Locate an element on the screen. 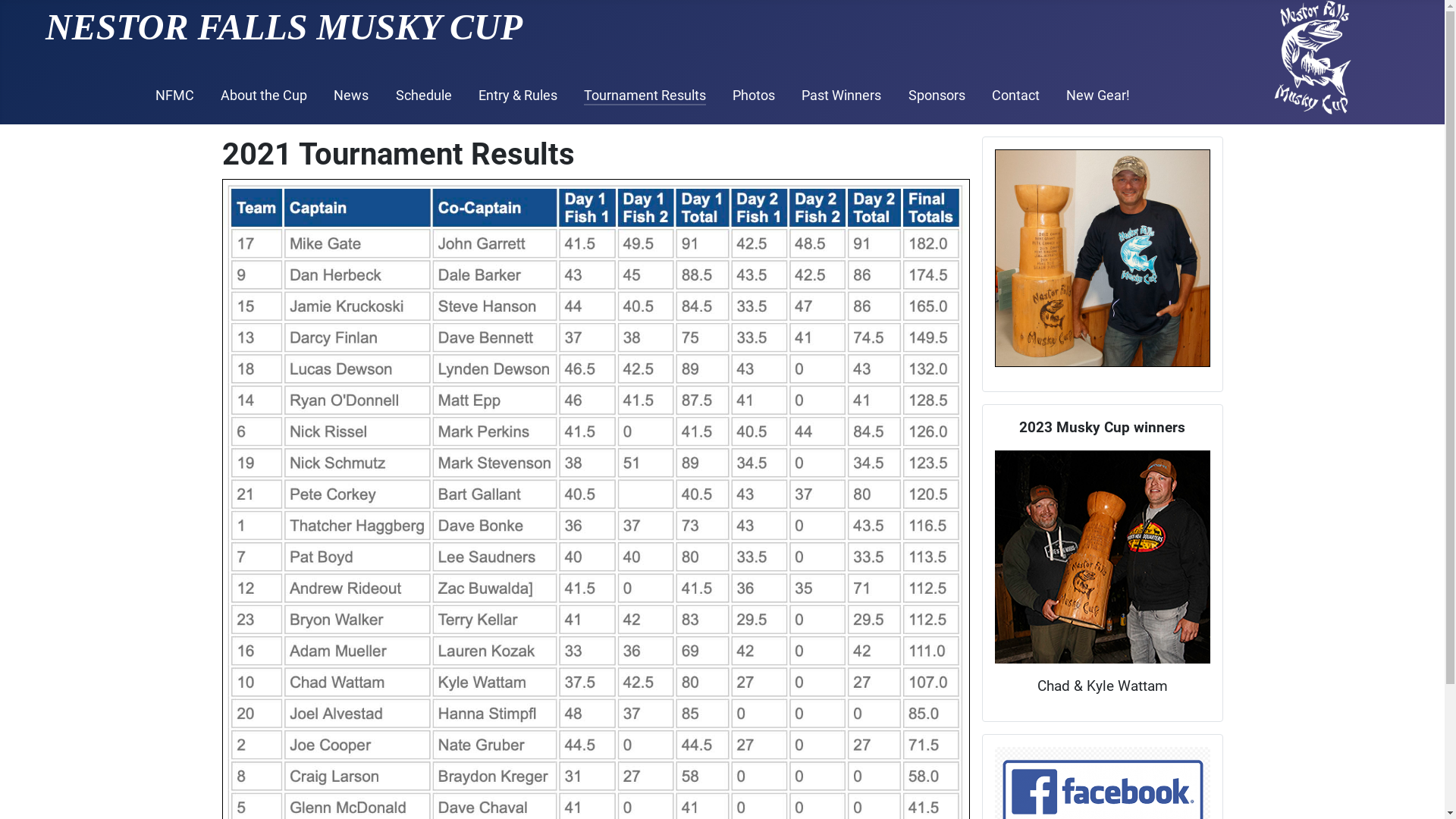  'NFMC' is located at coordinates (174, 96).